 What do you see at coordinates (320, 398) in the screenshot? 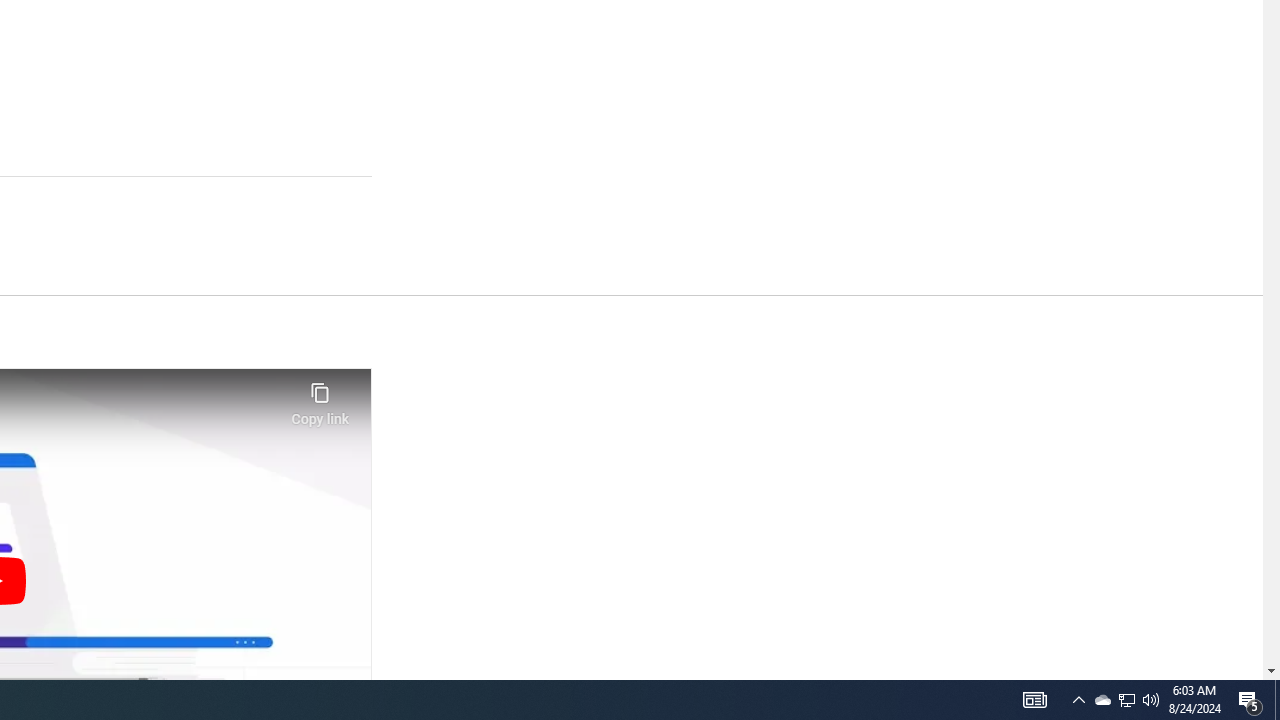
I see `'Copy link'` at bounding box center [320, 398].